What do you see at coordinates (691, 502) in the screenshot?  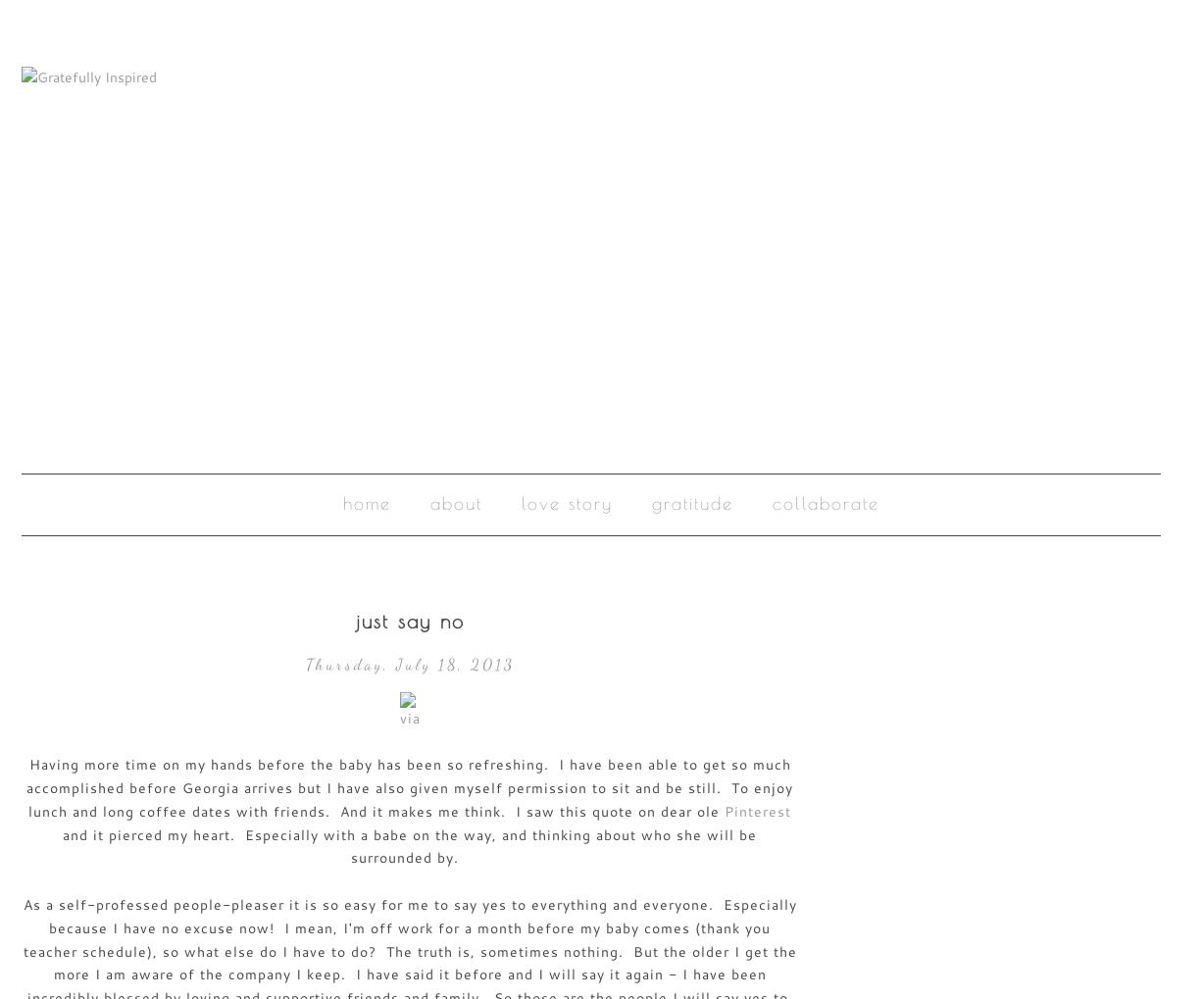 I see `'Gratitude'` at bounding box center [691, 502].